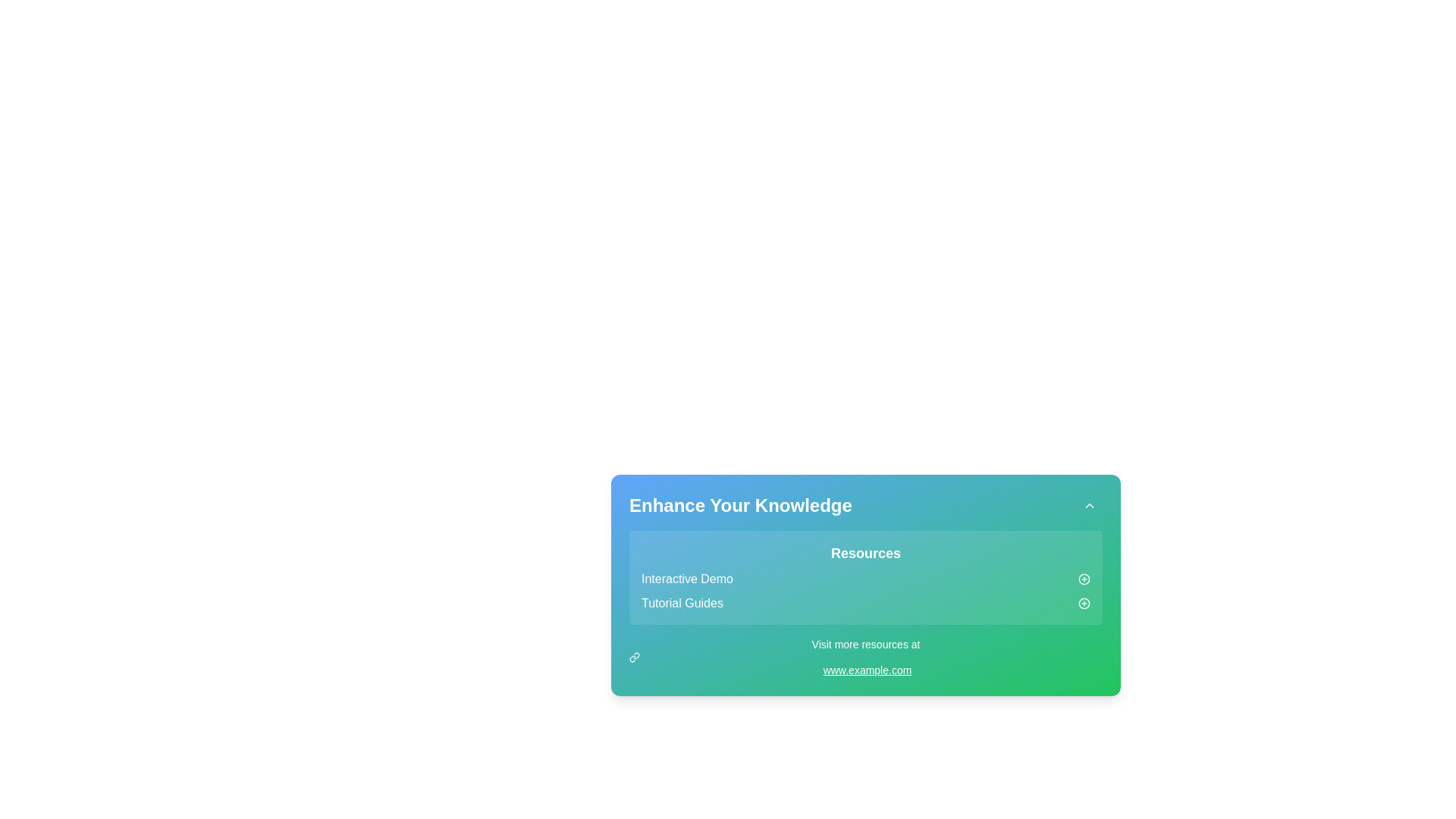 The image size is (1456, 819). What do you see at coordinates (634, 657) in the screenshot?
I see `the chain link icon located at the bottom left of the card titled 'Enhance Your Knowledge.'` at bounding box center [634, 657].